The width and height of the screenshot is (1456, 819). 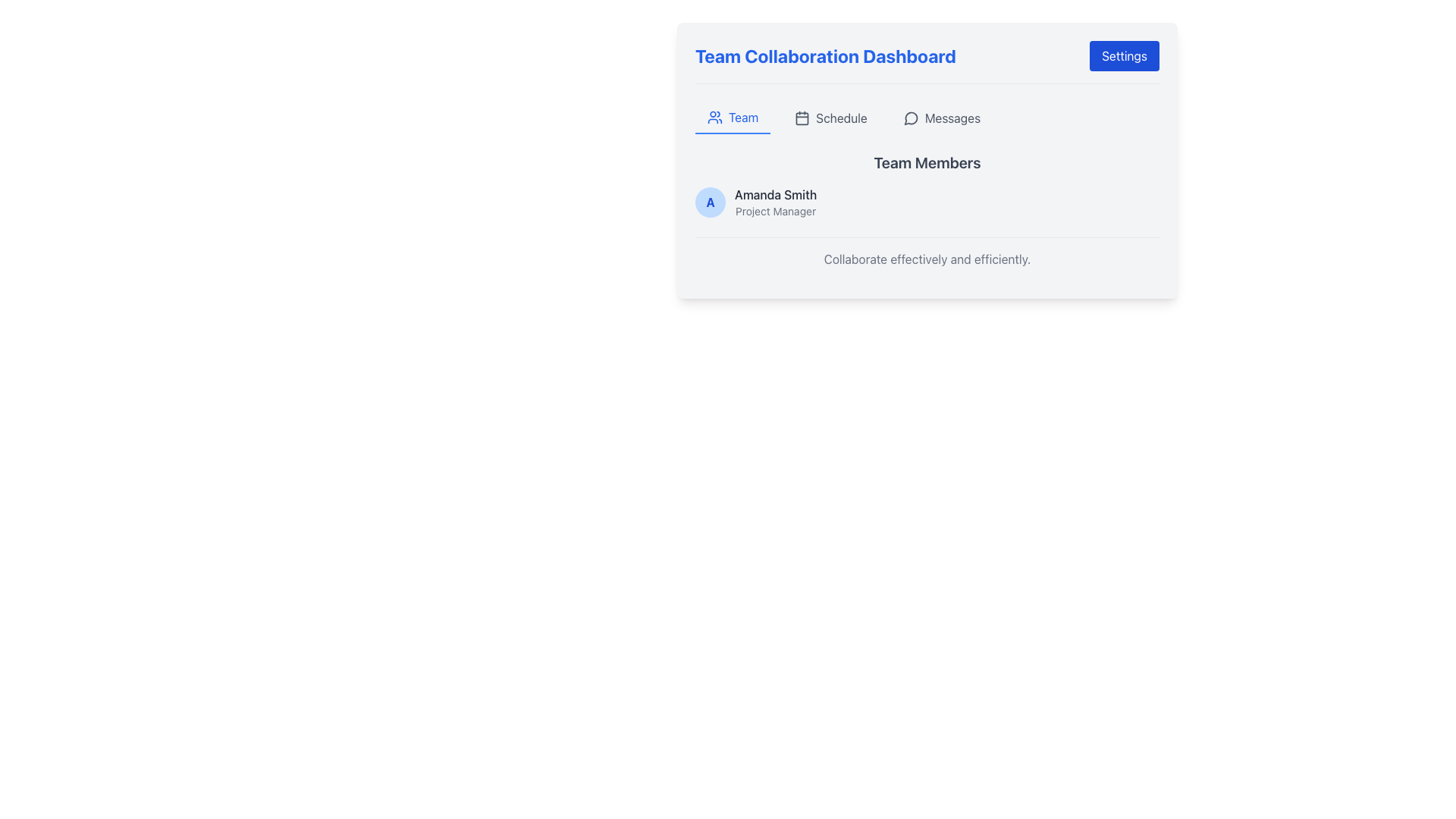 I want to click on the rectangular 'Settings' button with a blue background and white text located at the top-right corner of the interface, so click(x=1125, y=55).